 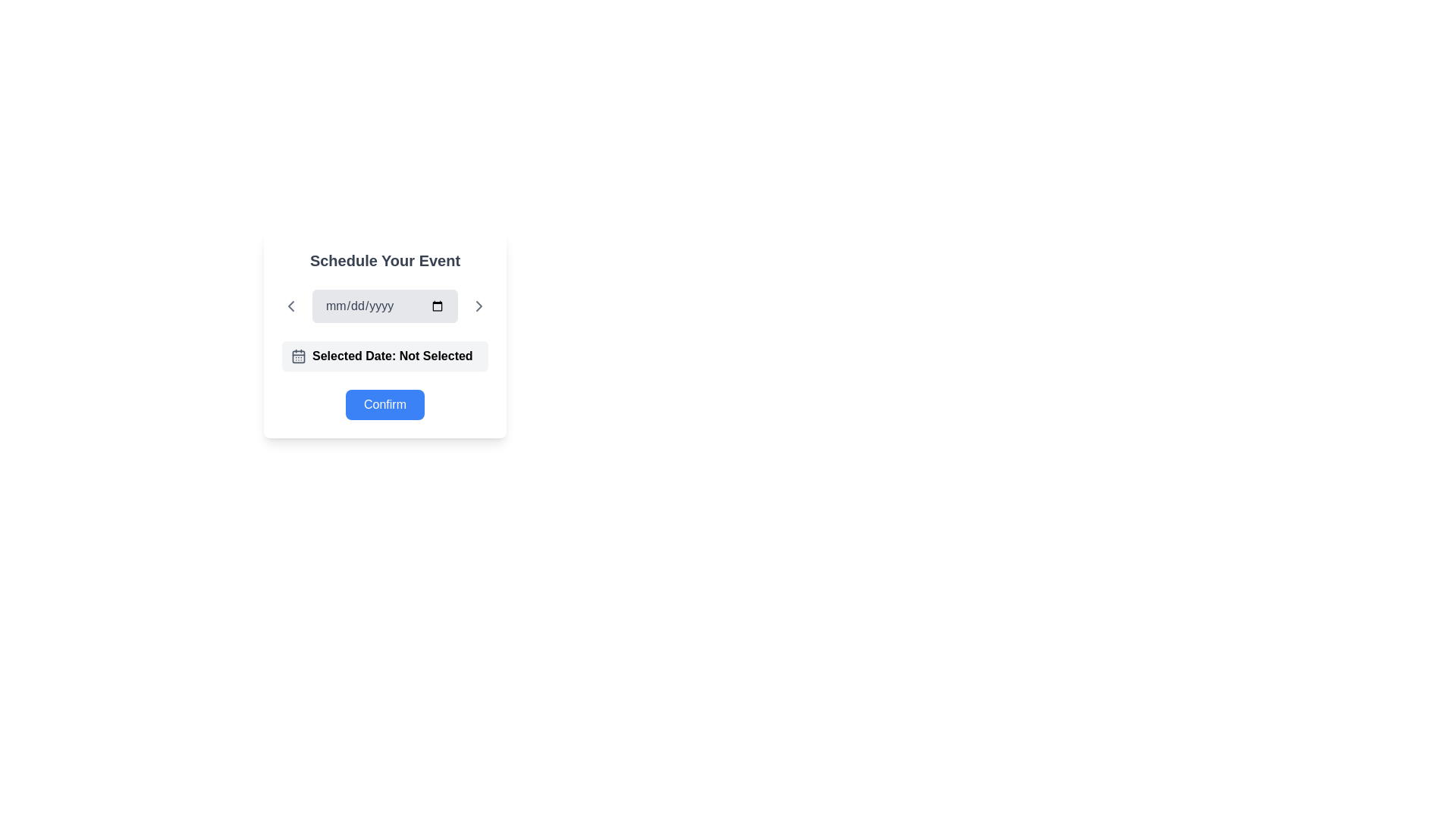 I want to click on the Text Display Field displaying 'Selected Date: Not Selected', which is located below the date picker and above the 'Confirm' button in the center modal, so click(x=385, y=356).